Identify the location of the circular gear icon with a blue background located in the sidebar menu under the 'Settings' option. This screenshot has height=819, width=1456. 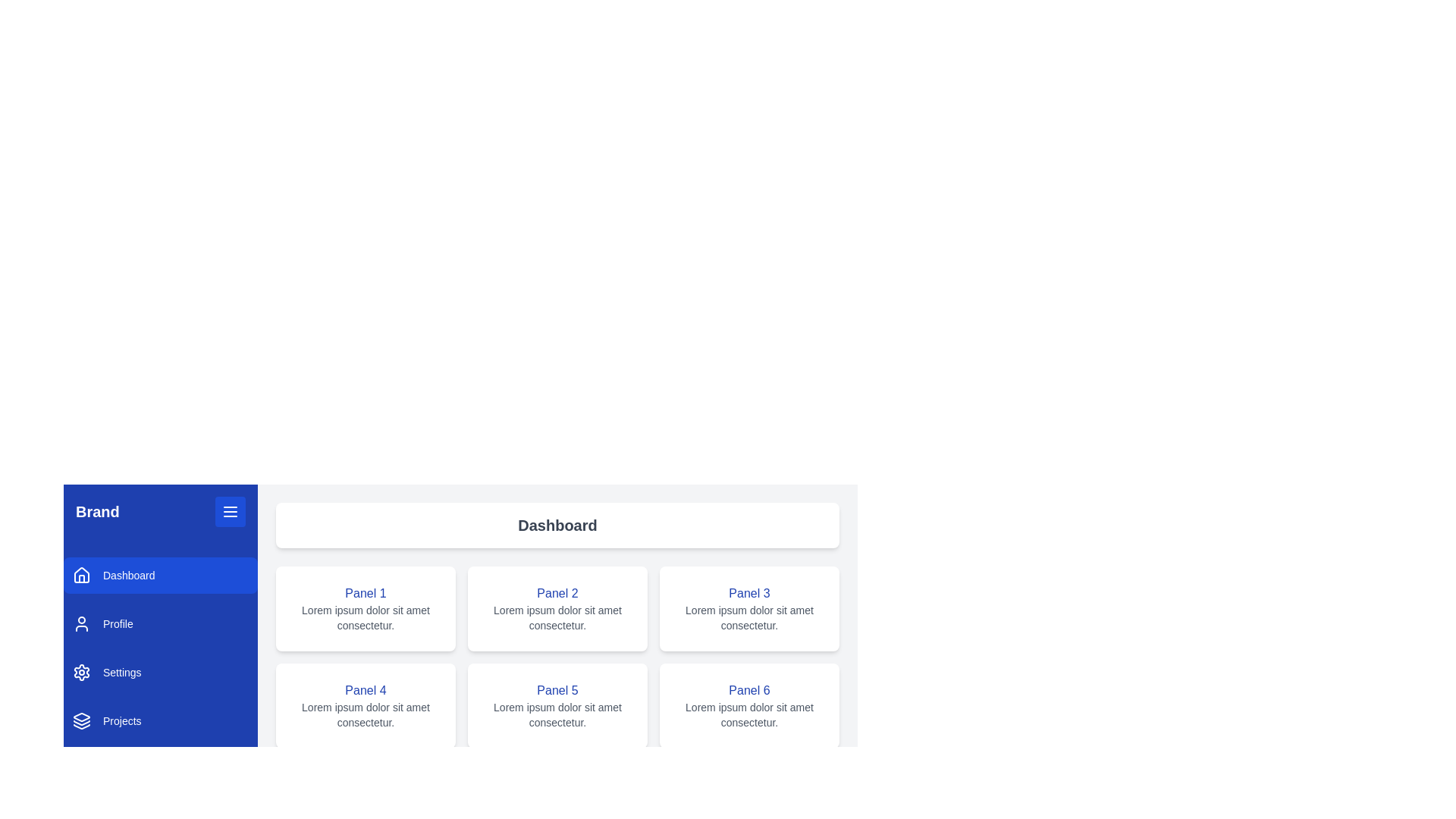
(81, 672).